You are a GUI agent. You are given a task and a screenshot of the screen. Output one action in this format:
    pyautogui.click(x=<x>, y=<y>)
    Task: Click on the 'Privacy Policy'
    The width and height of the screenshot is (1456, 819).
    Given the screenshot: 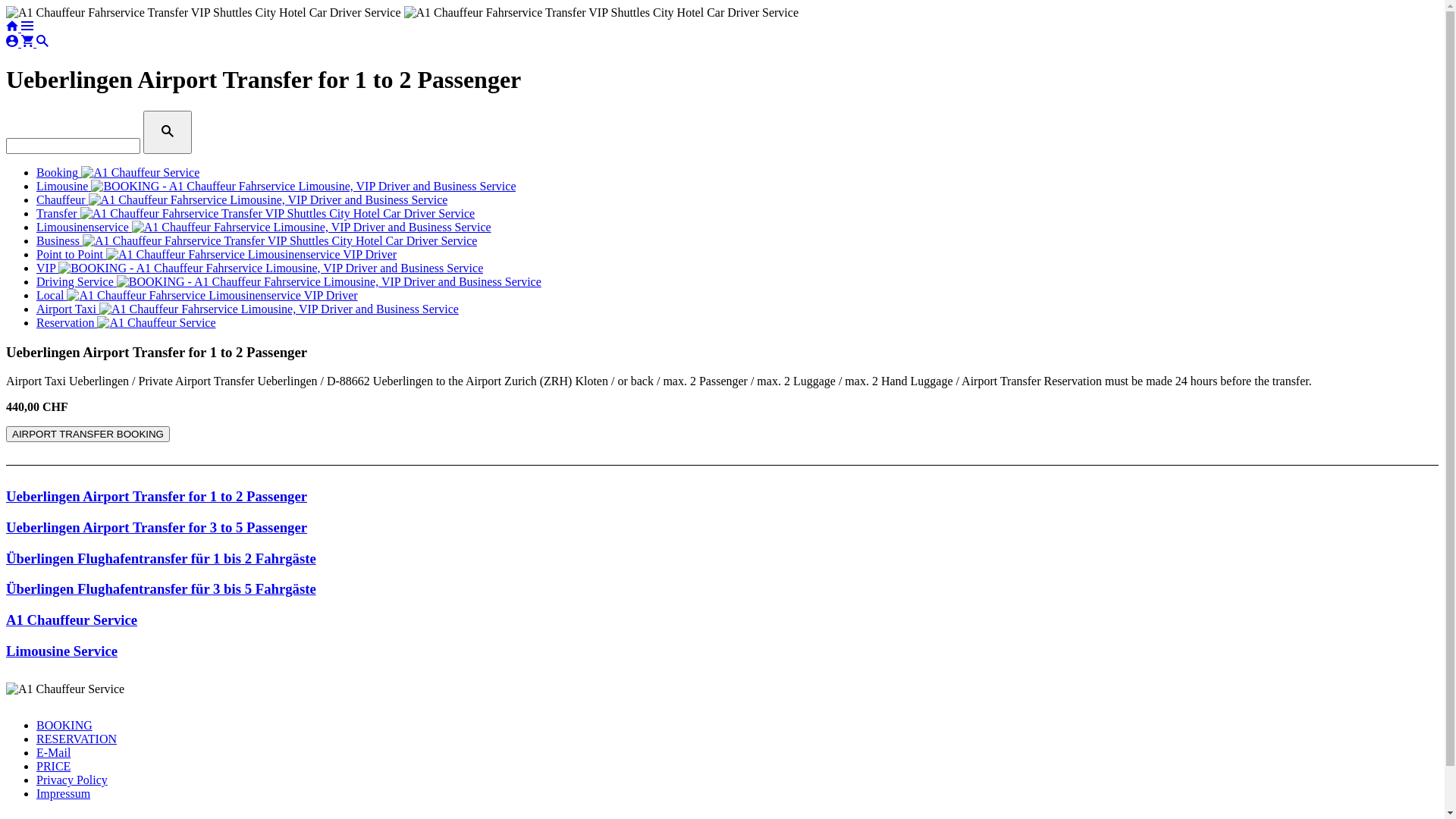 What is the action you would take?
    pyautogui.click(x=71, y=780)
    